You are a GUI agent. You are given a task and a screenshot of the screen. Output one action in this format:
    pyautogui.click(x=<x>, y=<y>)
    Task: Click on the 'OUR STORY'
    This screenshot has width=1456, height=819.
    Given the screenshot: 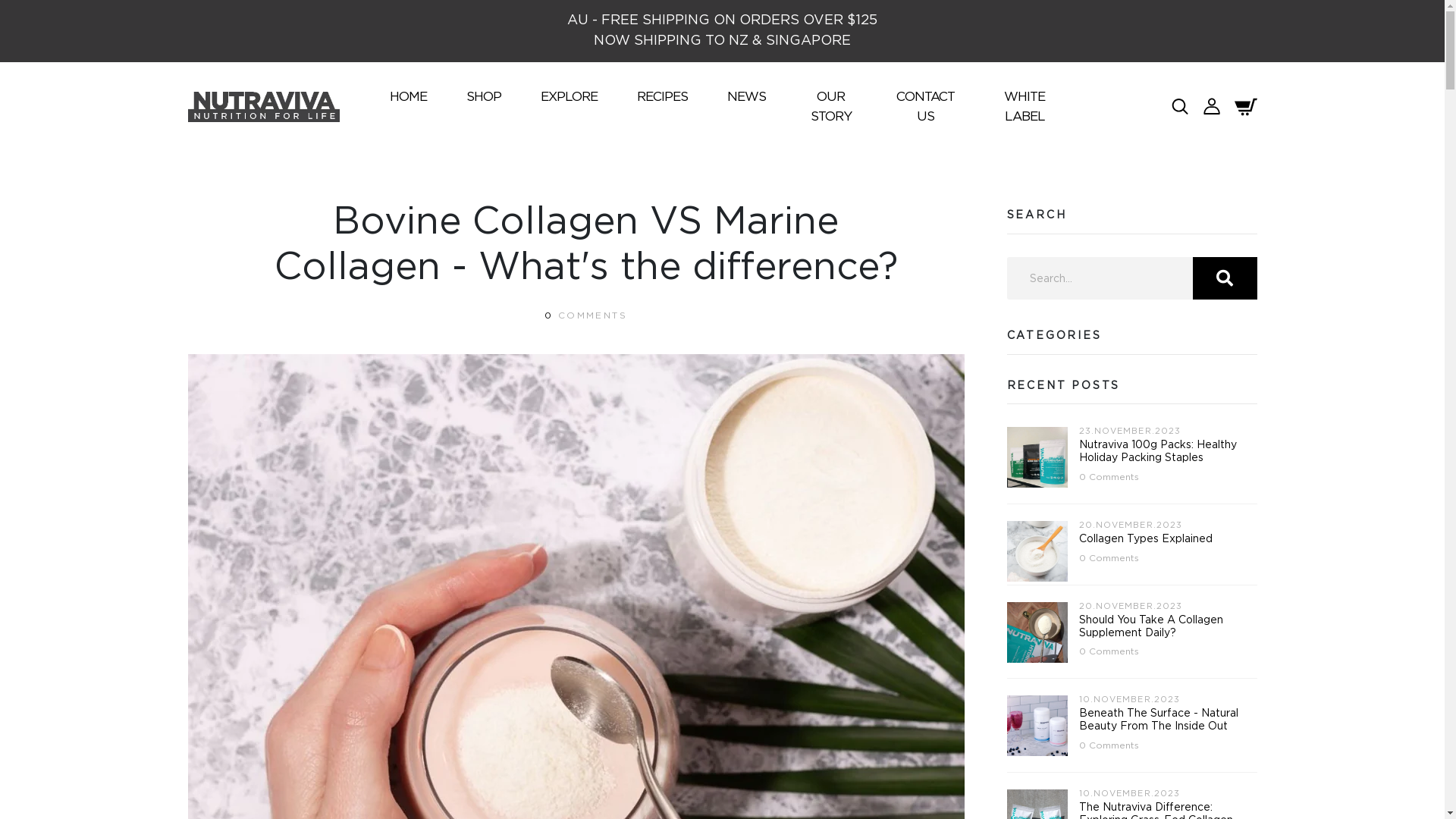 What is the action you would take?
    pyautogui.click(x=830, y=105)
    